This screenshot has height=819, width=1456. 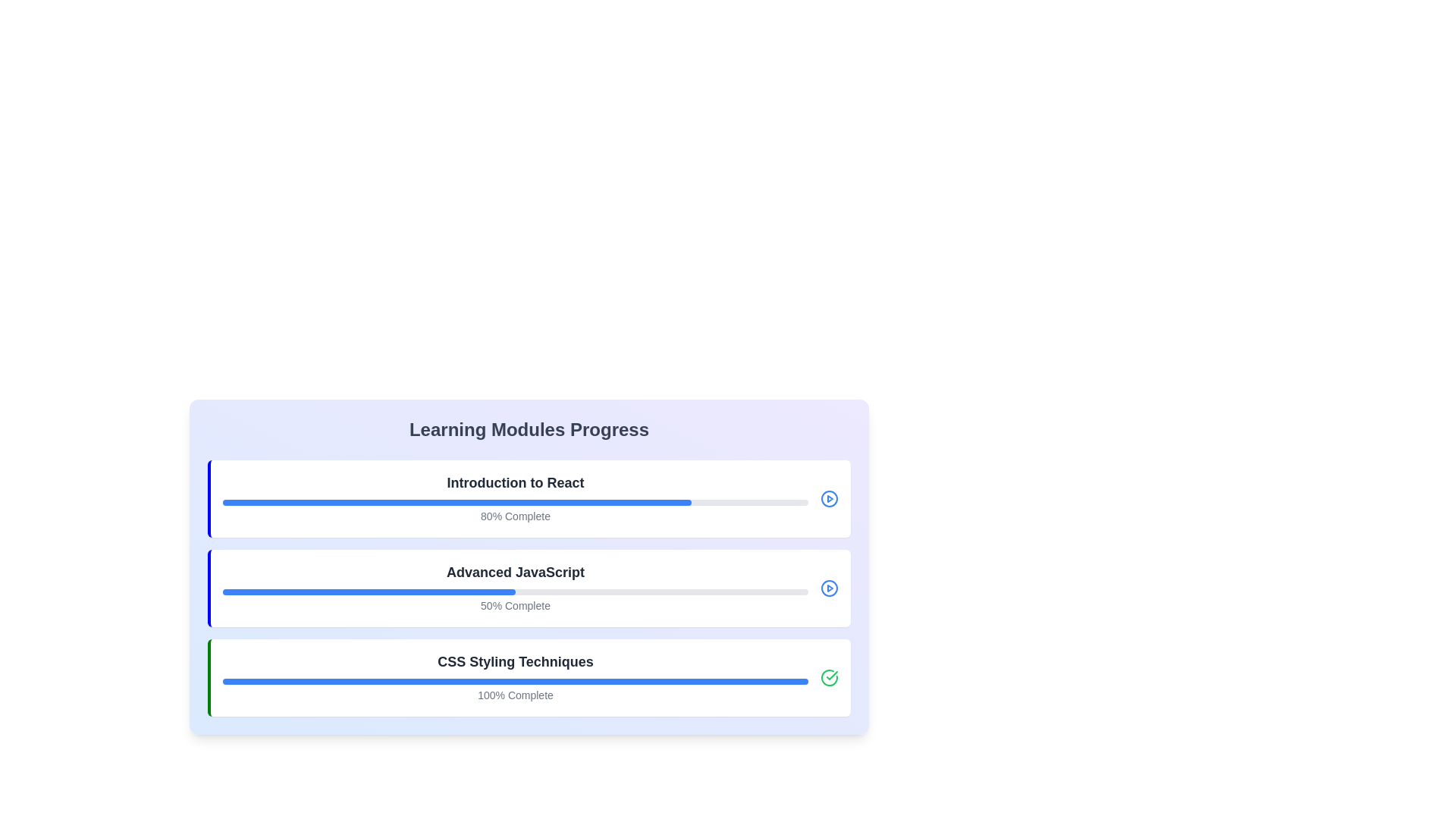 What do you see at coordinates (516, 680) in the screenshot?
I see `the horizontal progress bar indicating completion for the 'CSS Styling Techniques' module, which is styled in light gray with a solid blue fill, positioned below the title and above the '100% Complete' text` at bounding box center [516, 680].